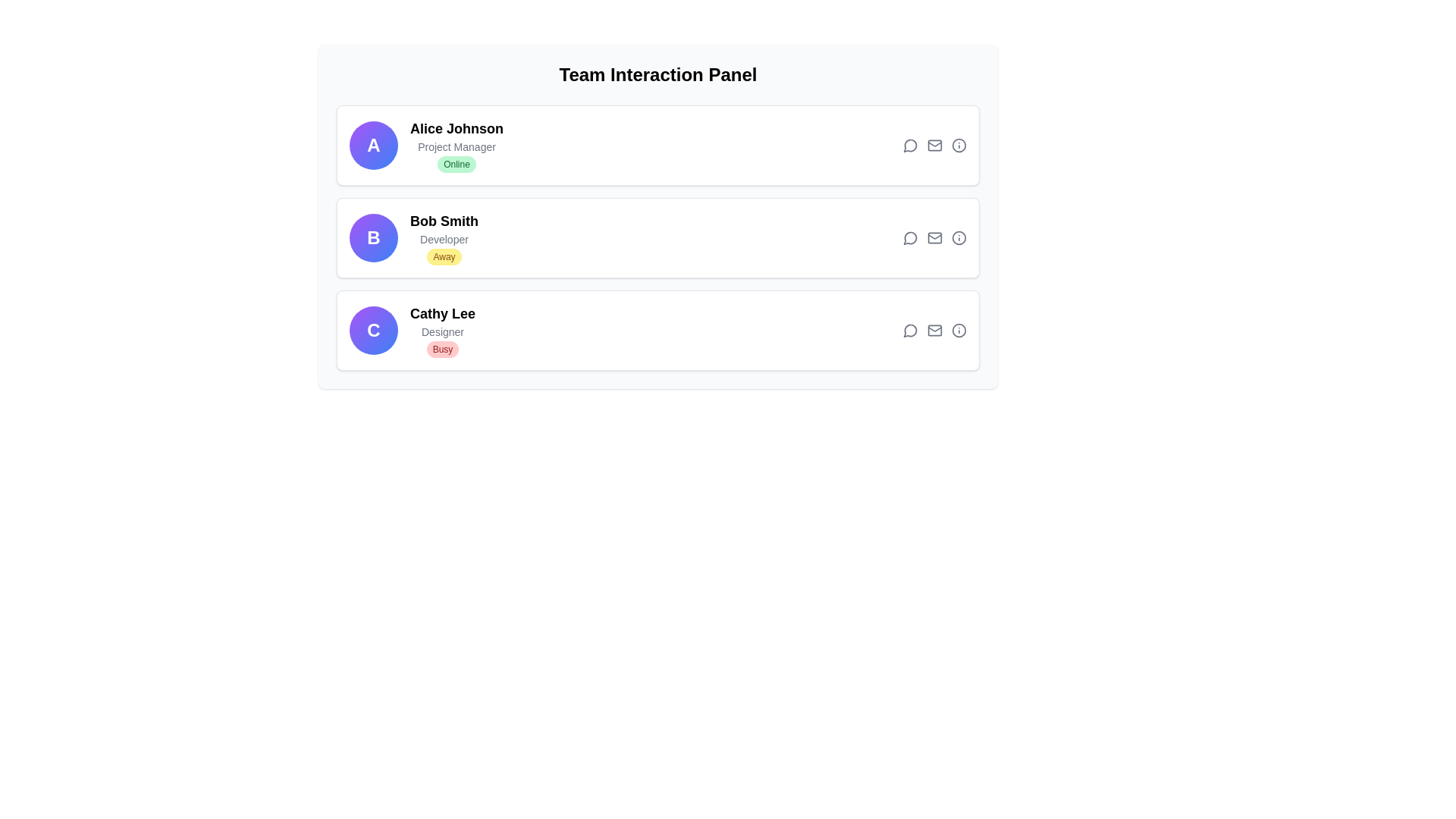 The height and width of the screenshot is (819, 1456). Describe the element at coordinates (934, 237) in the screenshot. I see `the envelope icon located in the middle row of the team interaction panel, to the right of the line containing 'Bob Smith'` at that location.